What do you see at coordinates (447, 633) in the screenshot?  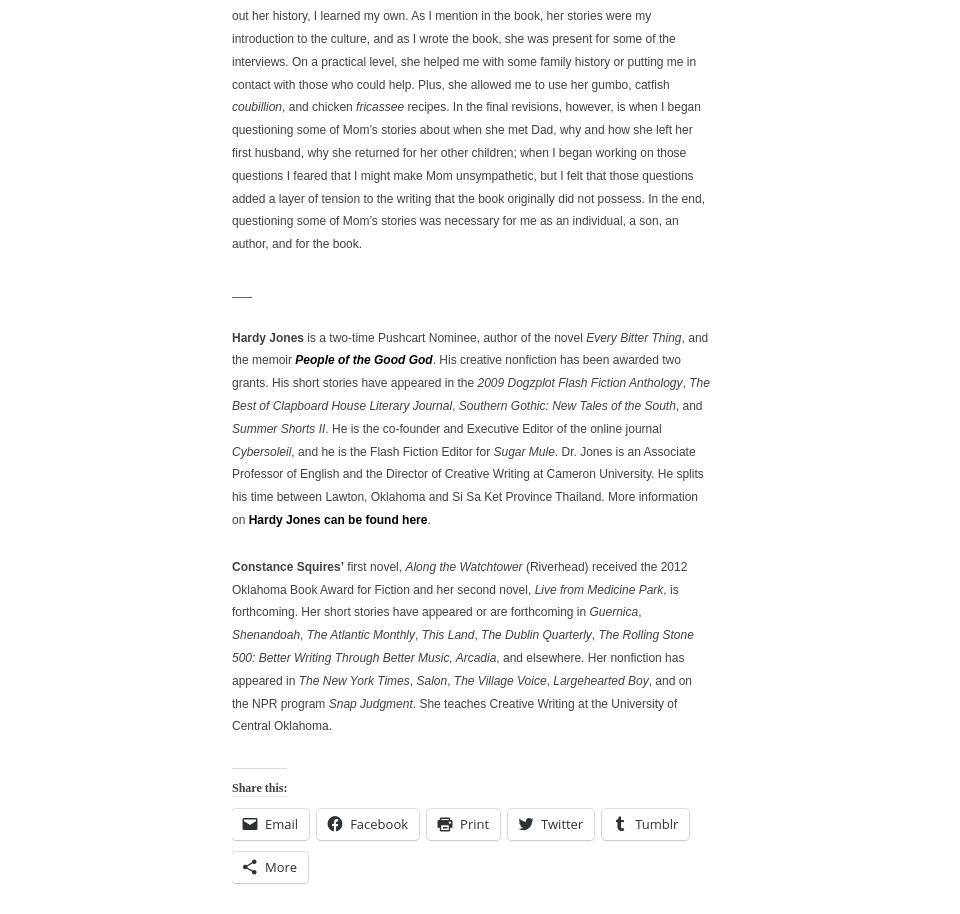 I see `'This Land'` at bounding box center [447, 633].